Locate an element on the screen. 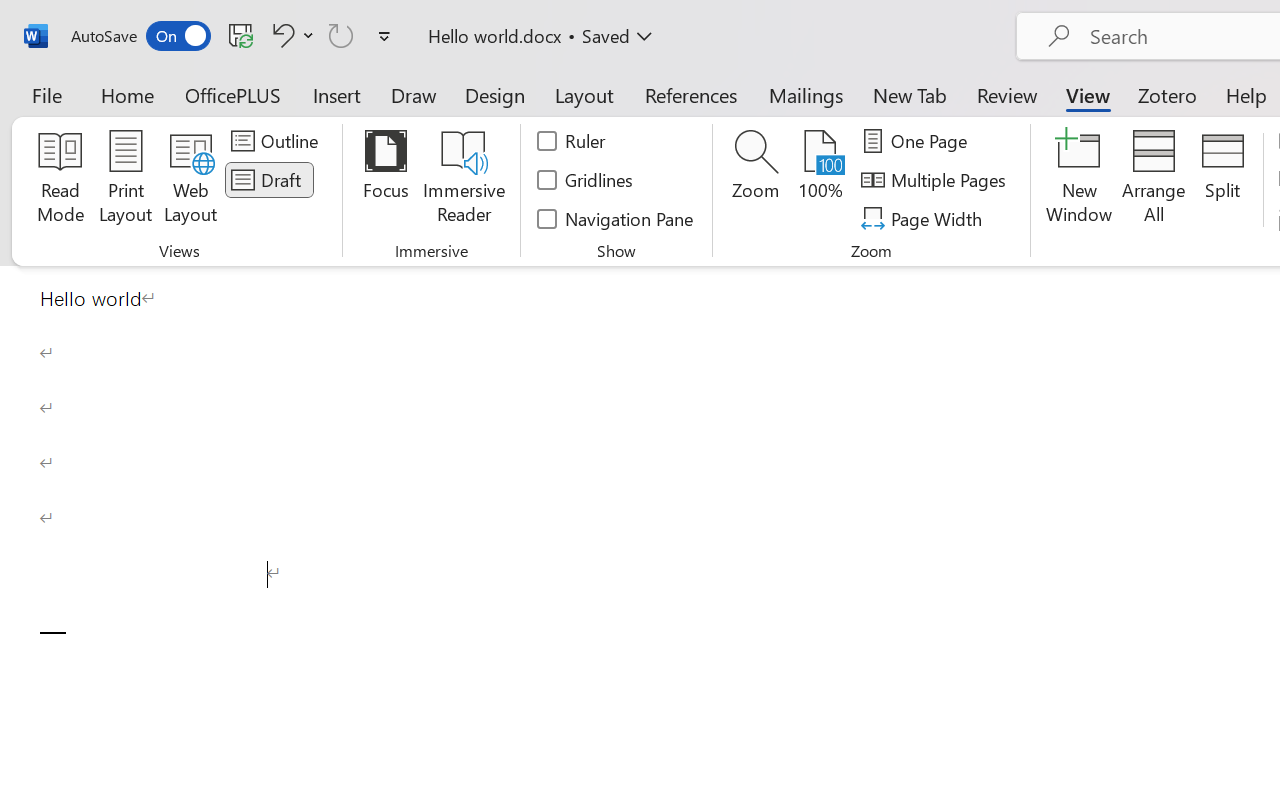 The image size is (1280, 800). 'Focus' is located at coordinates (385, 179).